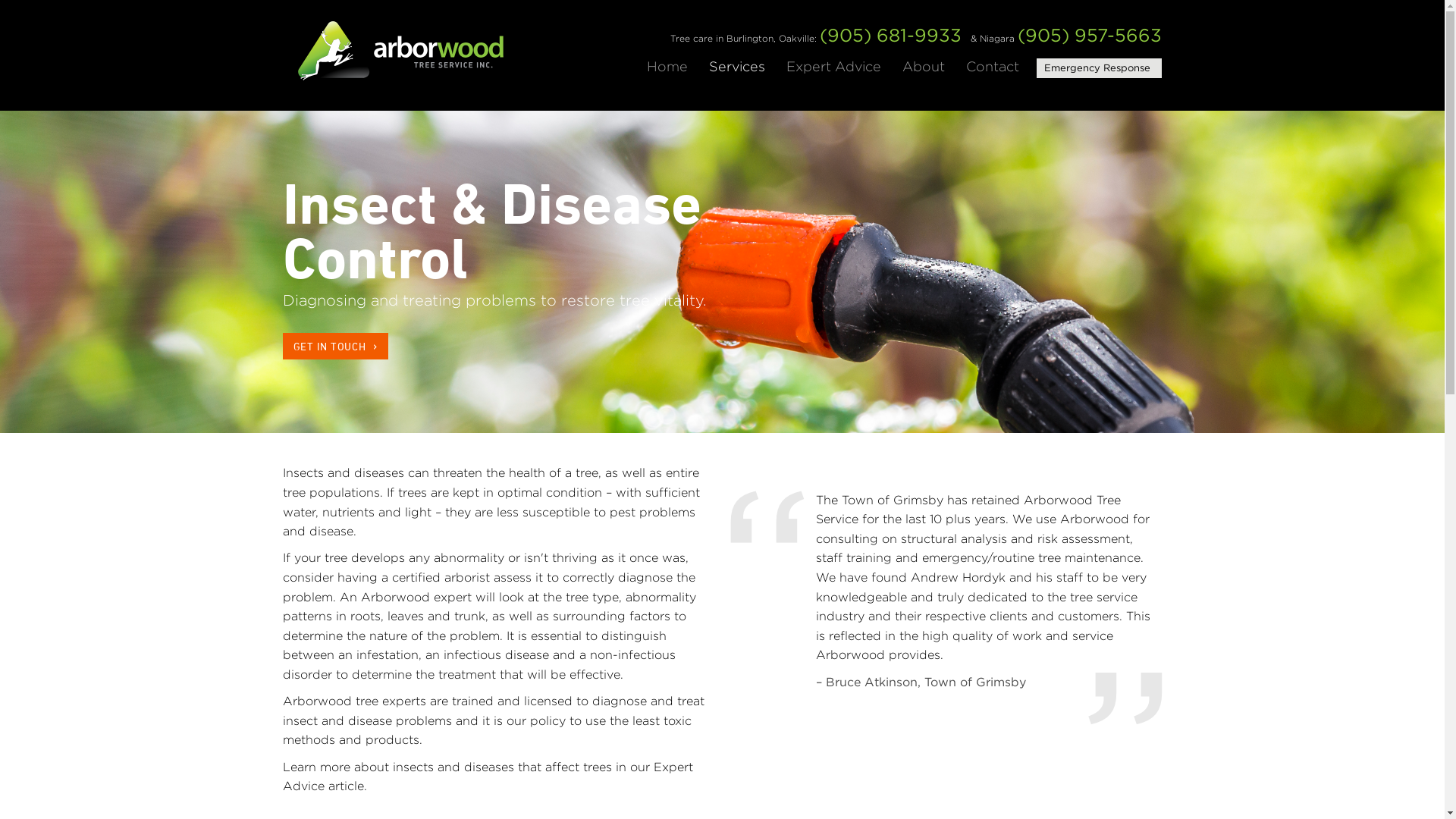 The height and width of the screenshot is (819, 1456). I want to click on 'Services', so click(708, 65).